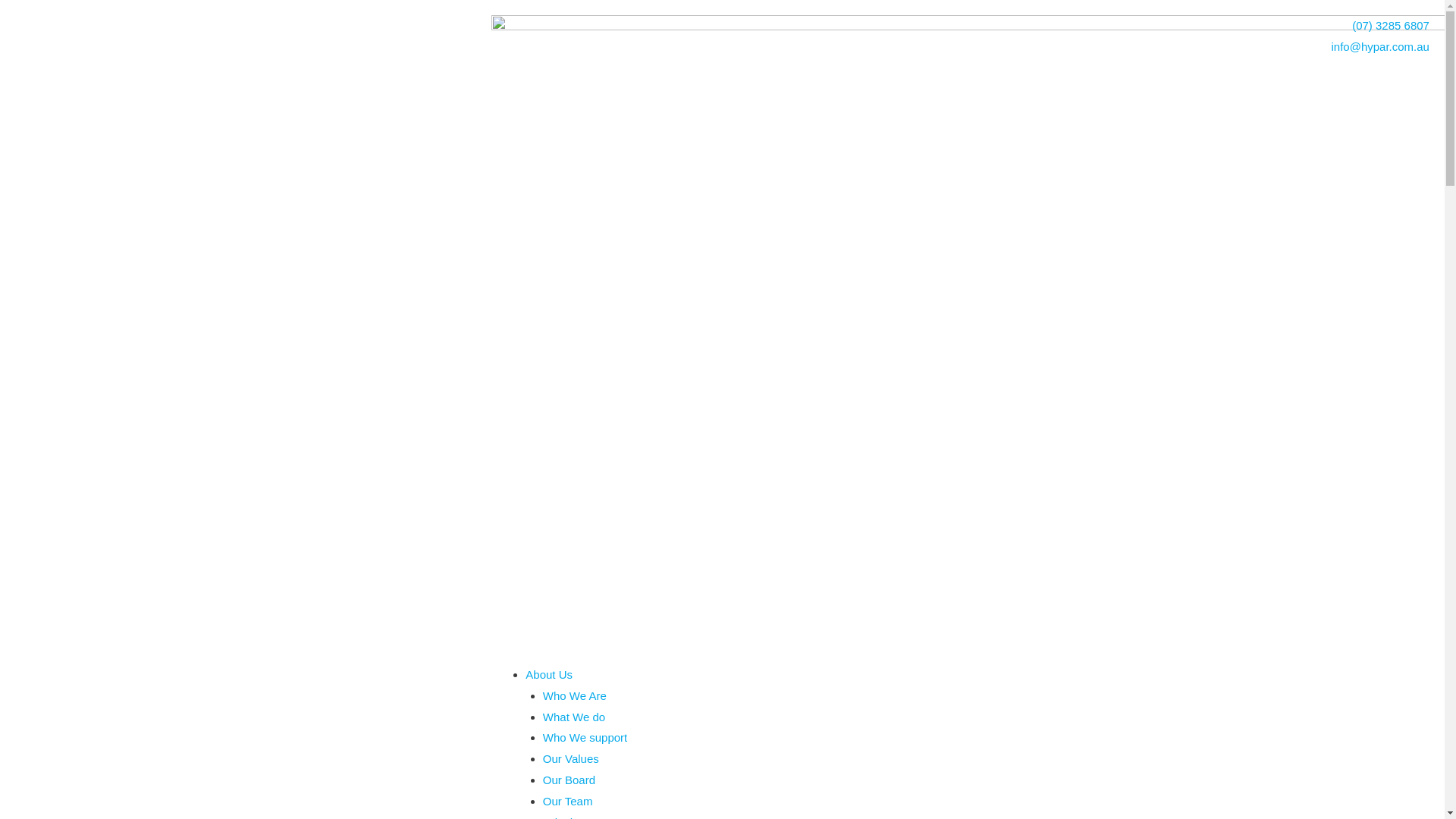 Image resolution: width=1456 pixels, height=819 pixels. Describe the element at coordinates (568, 780) in the screenshot. I see `'Our Board'` at that location.